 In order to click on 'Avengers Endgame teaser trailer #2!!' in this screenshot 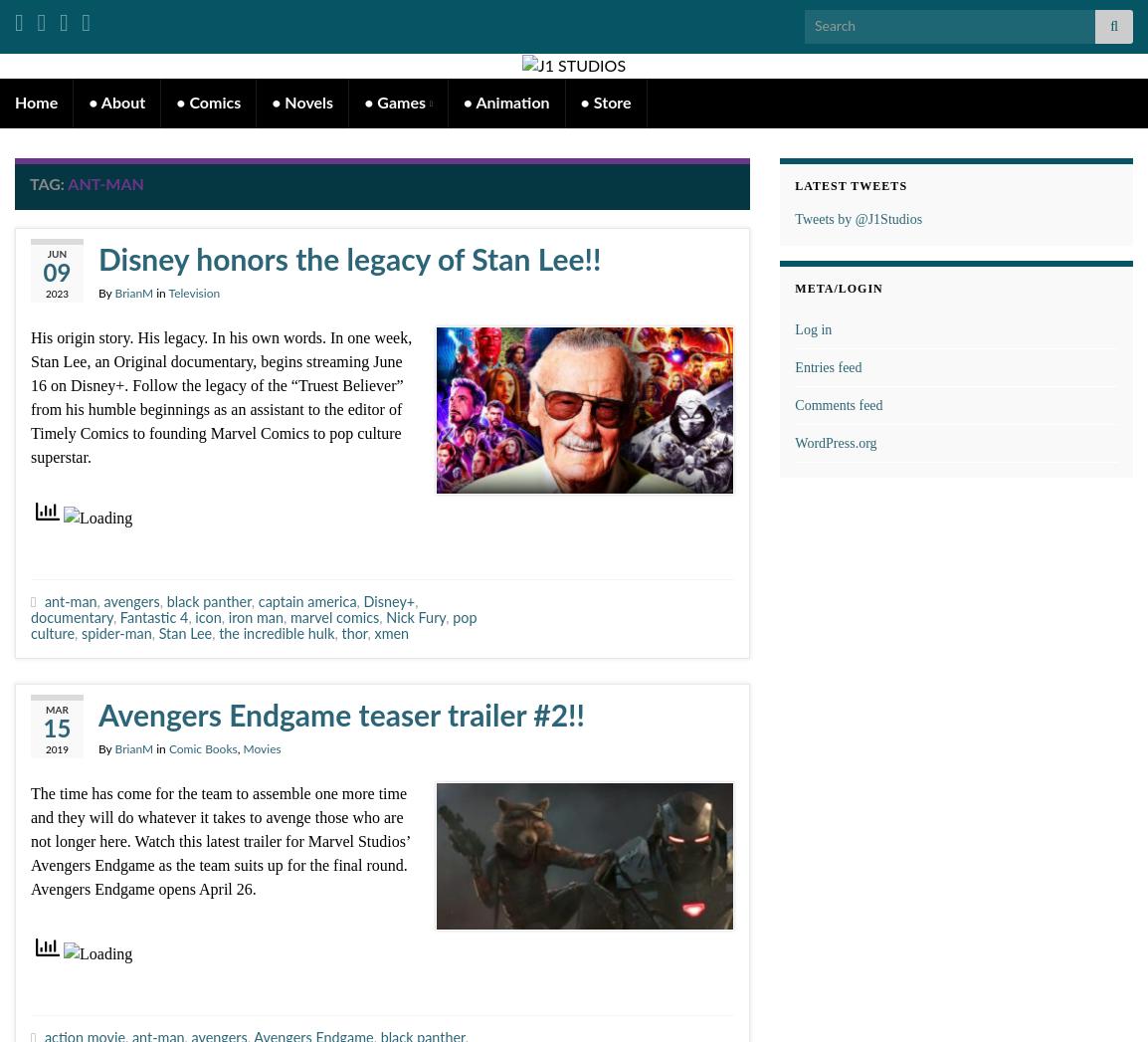, I will do `click(340, 717)`.